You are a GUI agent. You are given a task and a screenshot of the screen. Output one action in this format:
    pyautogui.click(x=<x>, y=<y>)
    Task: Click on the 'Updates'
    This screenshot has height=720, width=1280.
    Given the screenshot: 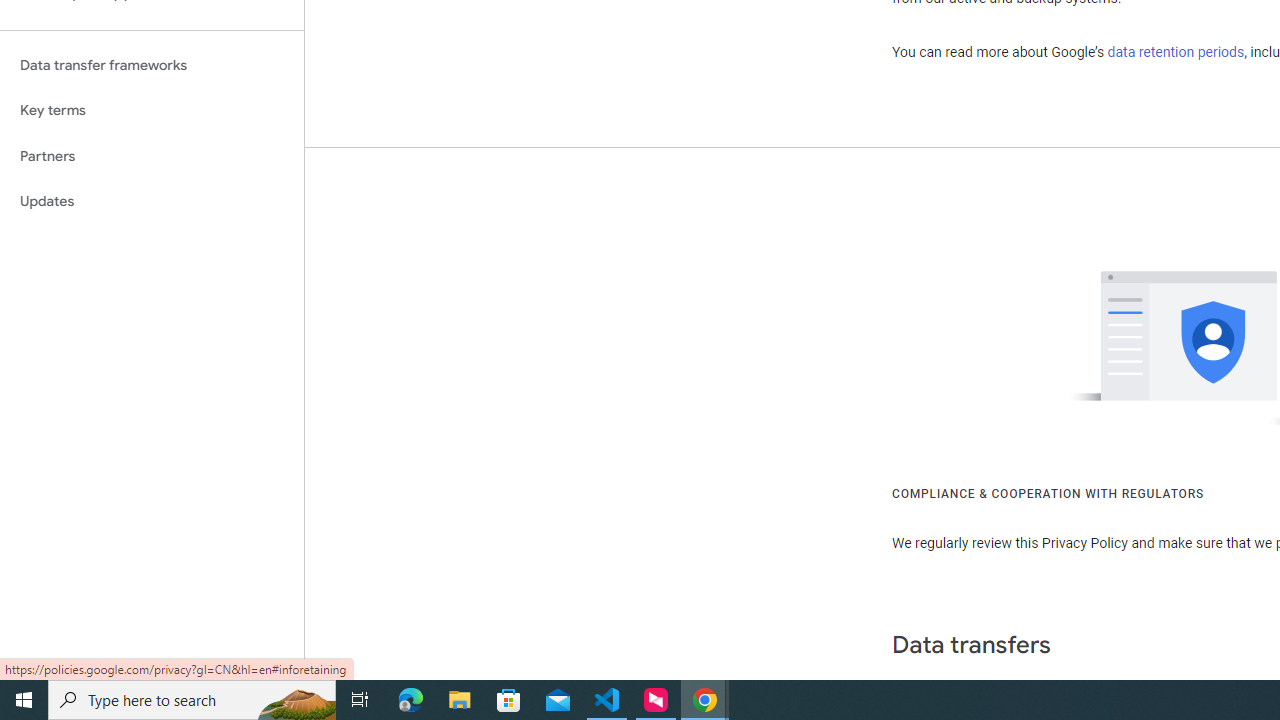 What is the action you would take?
    pyautogui.click(x=151, y=201)
    